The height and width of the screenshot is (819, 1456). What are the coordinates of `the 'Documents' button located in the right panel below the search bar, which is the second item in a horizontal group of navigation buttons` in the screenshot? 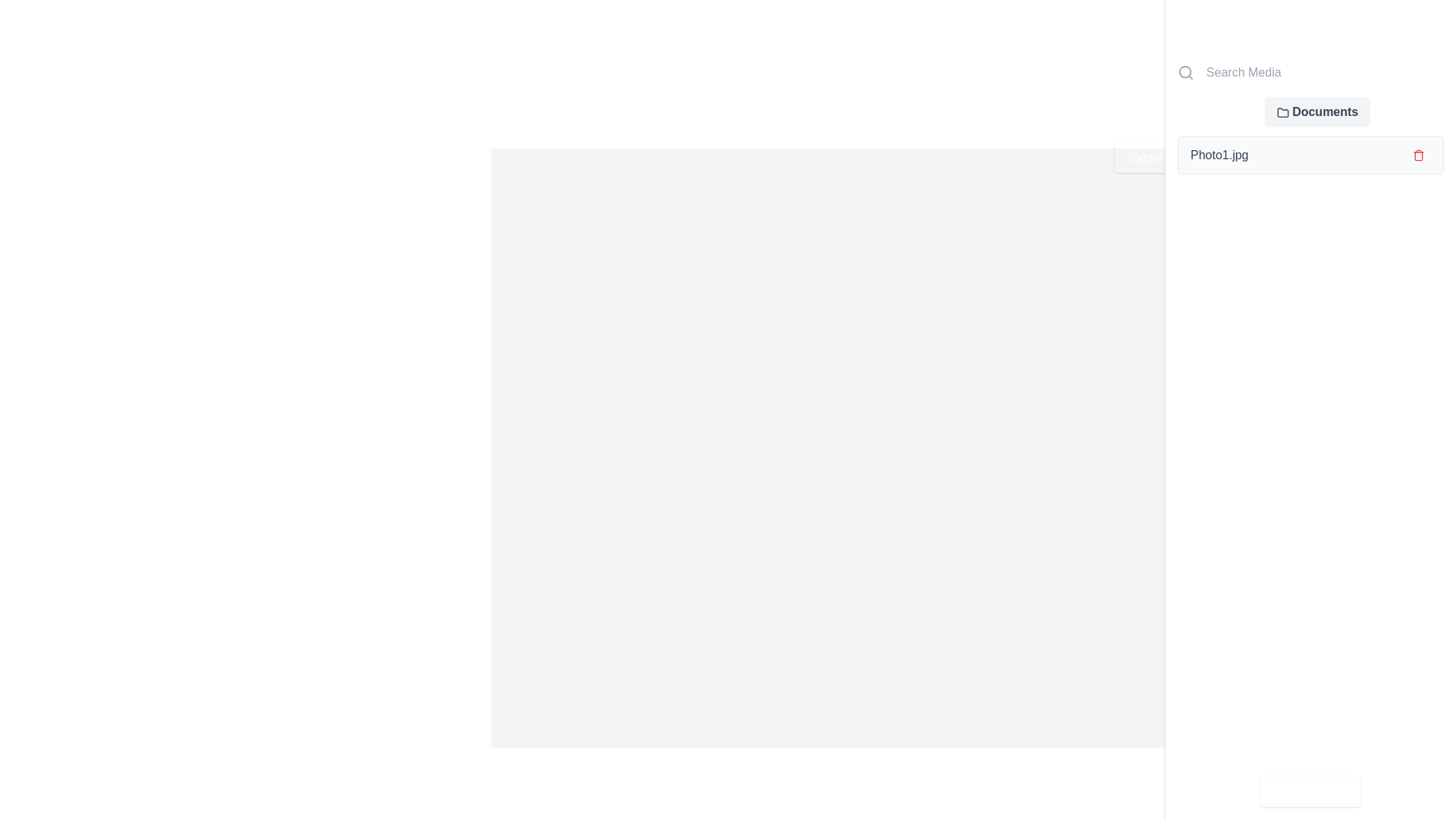 It's located at (1310, 111).